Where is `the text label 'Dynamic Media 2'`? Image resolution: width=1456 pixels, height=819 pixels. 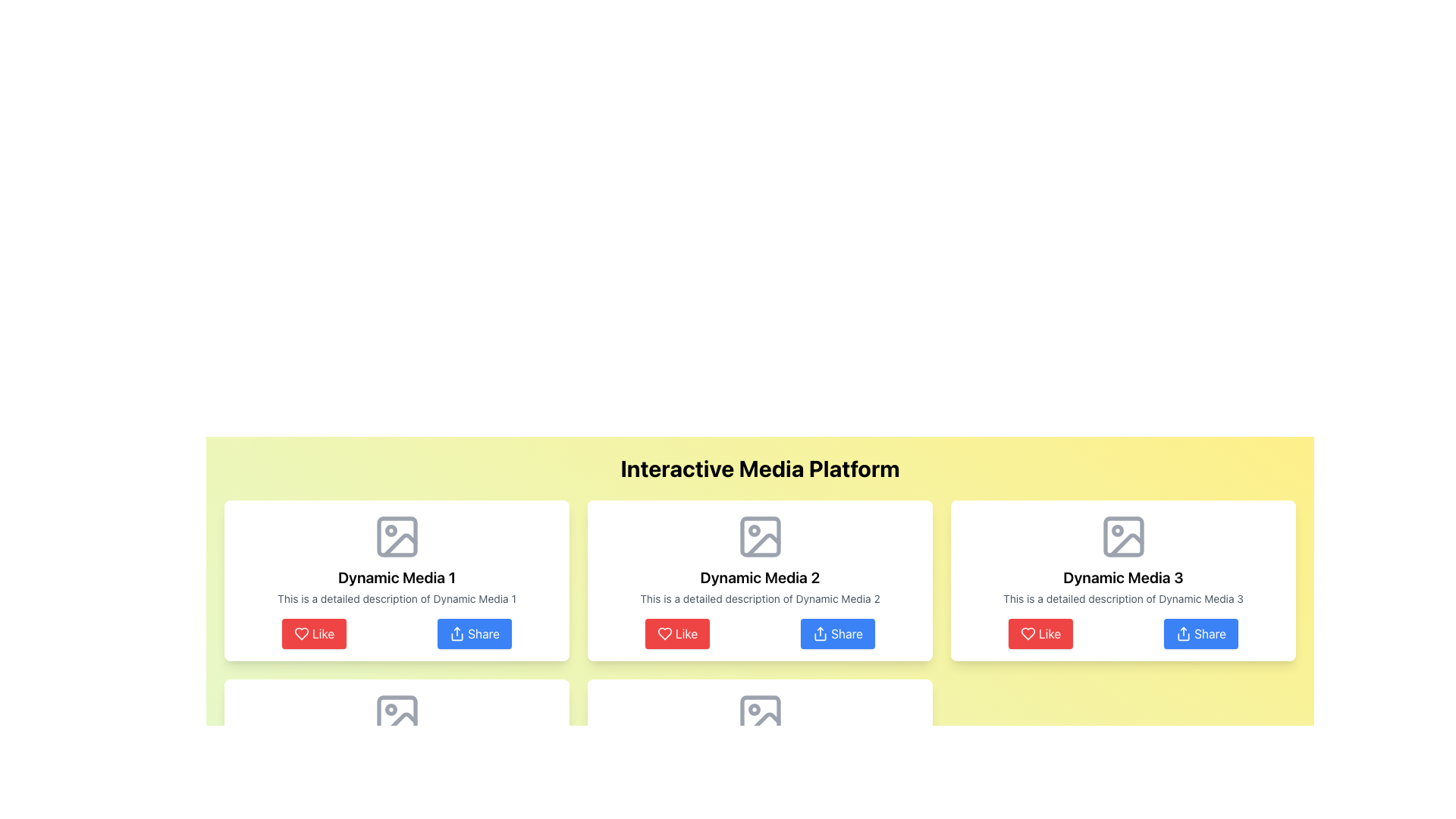
the text label 'Dynamic Media 2' is located at coordinates (760, 578).